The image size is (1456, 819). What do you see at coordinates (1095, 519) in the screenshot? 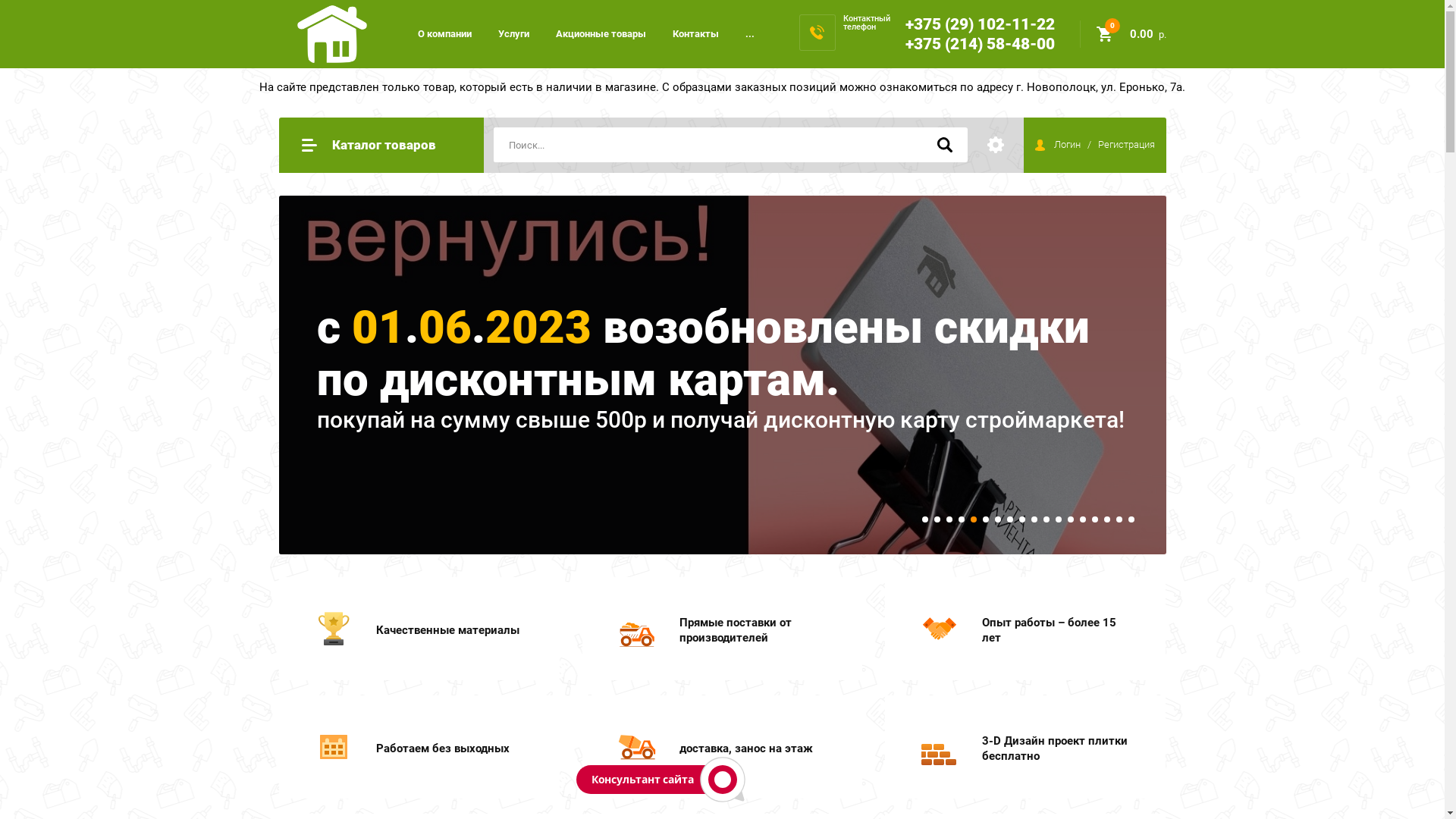
I see `'15'` at bounding box center [1095, 519].